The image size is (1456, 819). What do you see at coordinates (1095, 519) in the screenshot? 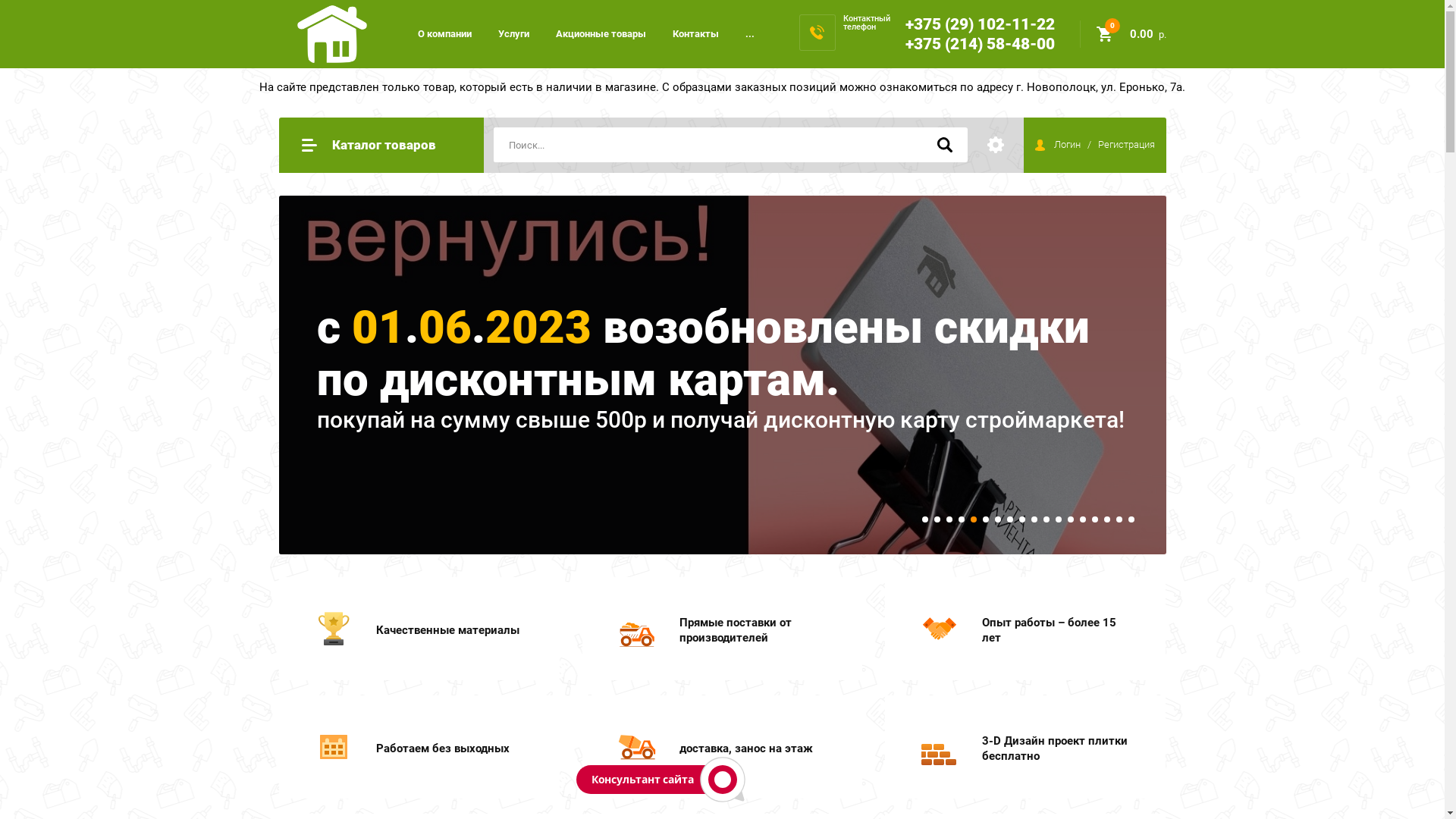
I see `'15'` at bounding box center [1095, 519].